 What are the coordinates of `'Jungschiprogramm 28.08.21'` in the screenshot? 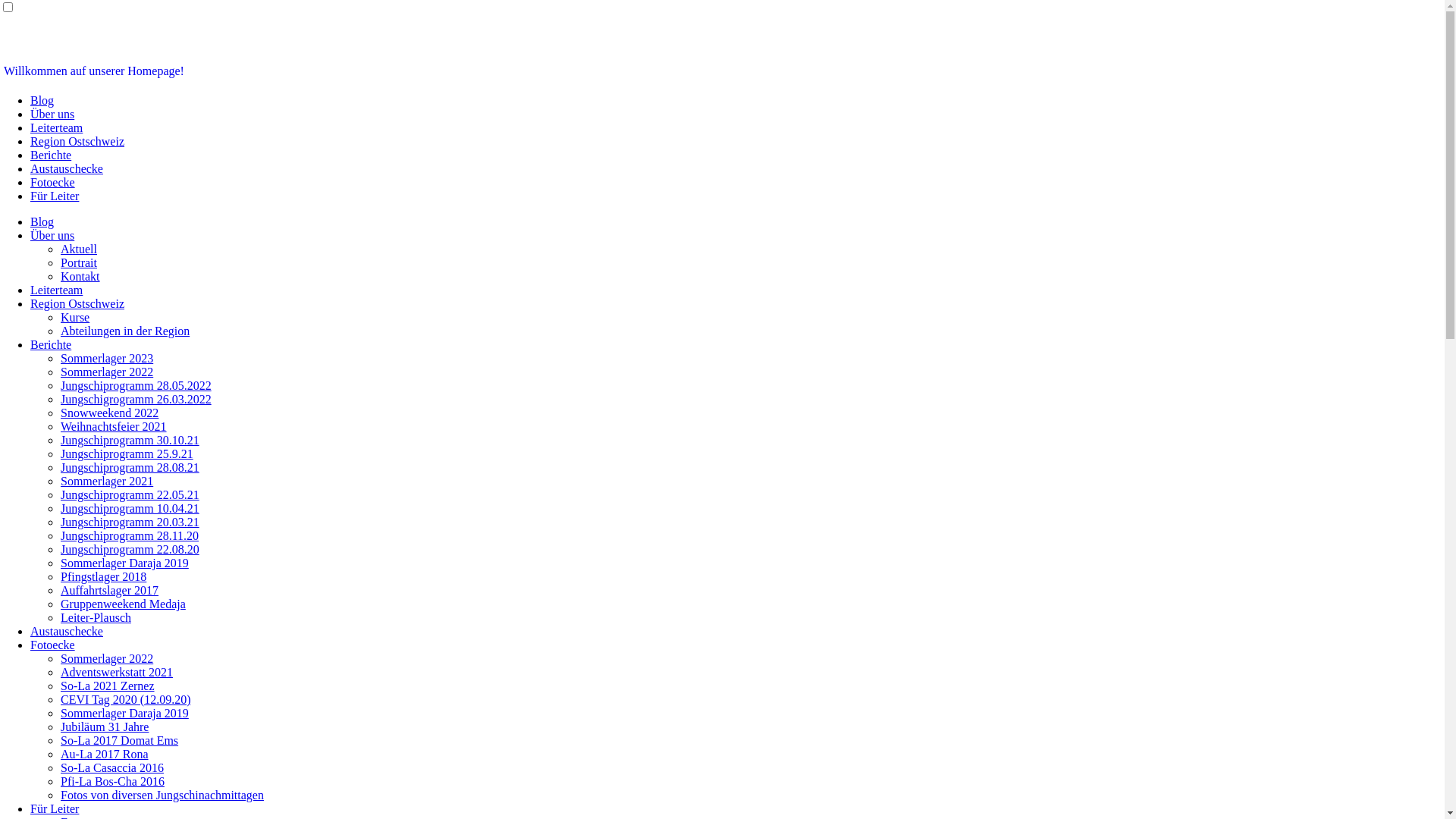 It's located at (130, 466).